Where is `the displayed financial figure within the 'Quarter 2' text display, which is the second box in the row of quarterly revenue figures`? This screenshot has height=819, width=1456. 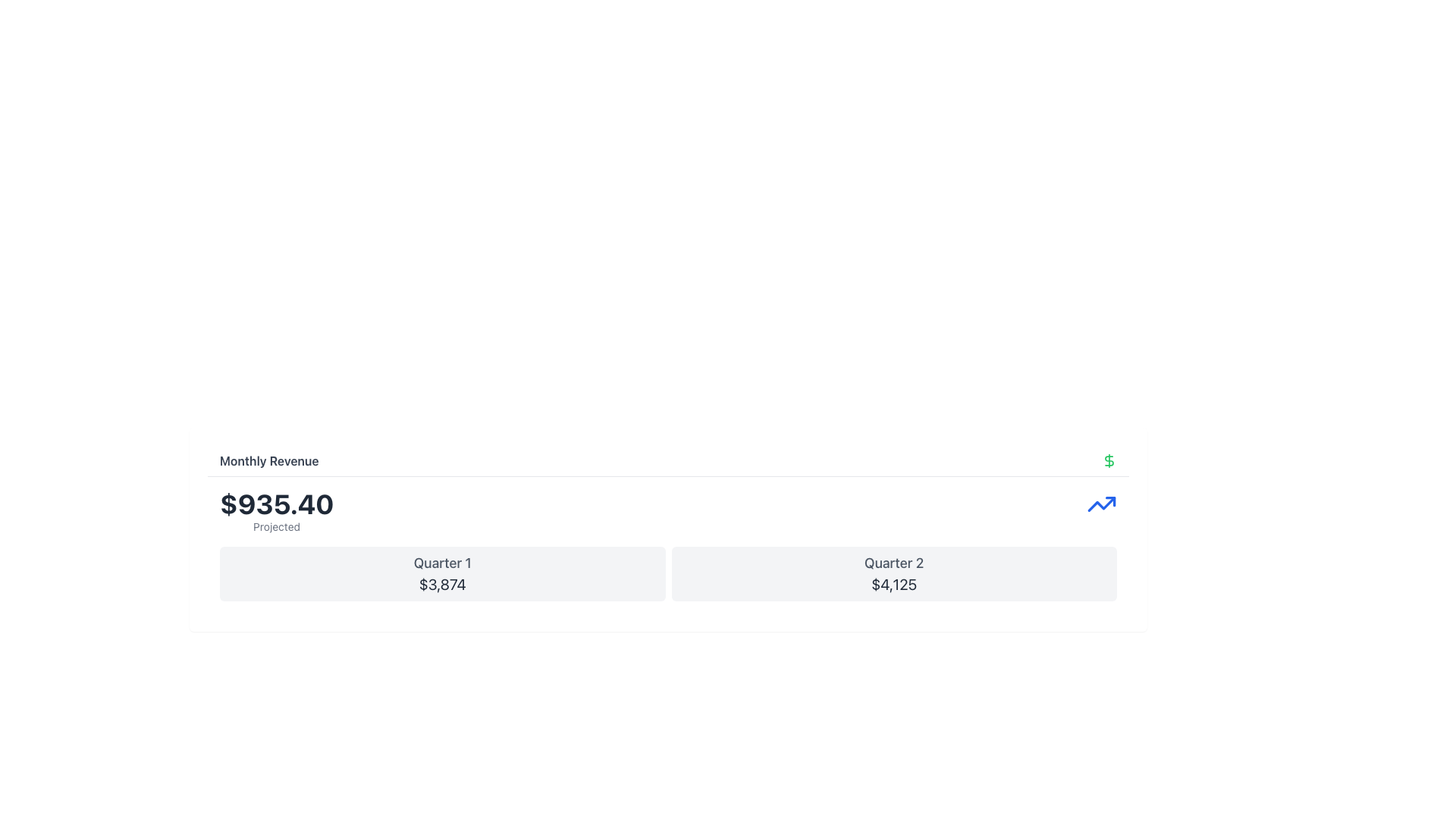 the displayed financial figure within the 'Quarter 2' text display, which is the second box in the row of quarterly revenue figures is located at coordinates (894, 584).